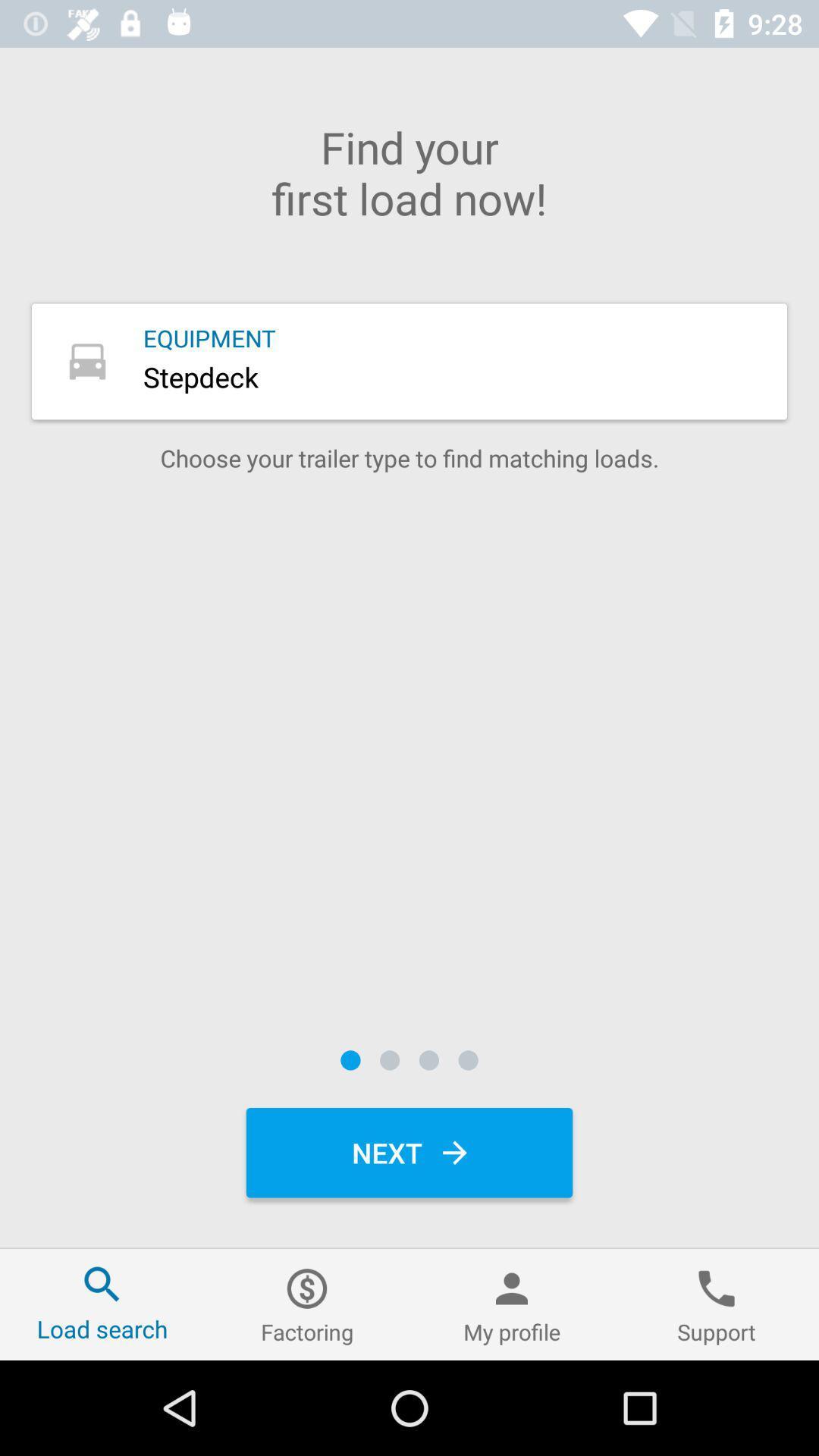 The height and width of the screenshot is (1456, 819). I want to click on the item to the left of the support, so click(512, 1304).